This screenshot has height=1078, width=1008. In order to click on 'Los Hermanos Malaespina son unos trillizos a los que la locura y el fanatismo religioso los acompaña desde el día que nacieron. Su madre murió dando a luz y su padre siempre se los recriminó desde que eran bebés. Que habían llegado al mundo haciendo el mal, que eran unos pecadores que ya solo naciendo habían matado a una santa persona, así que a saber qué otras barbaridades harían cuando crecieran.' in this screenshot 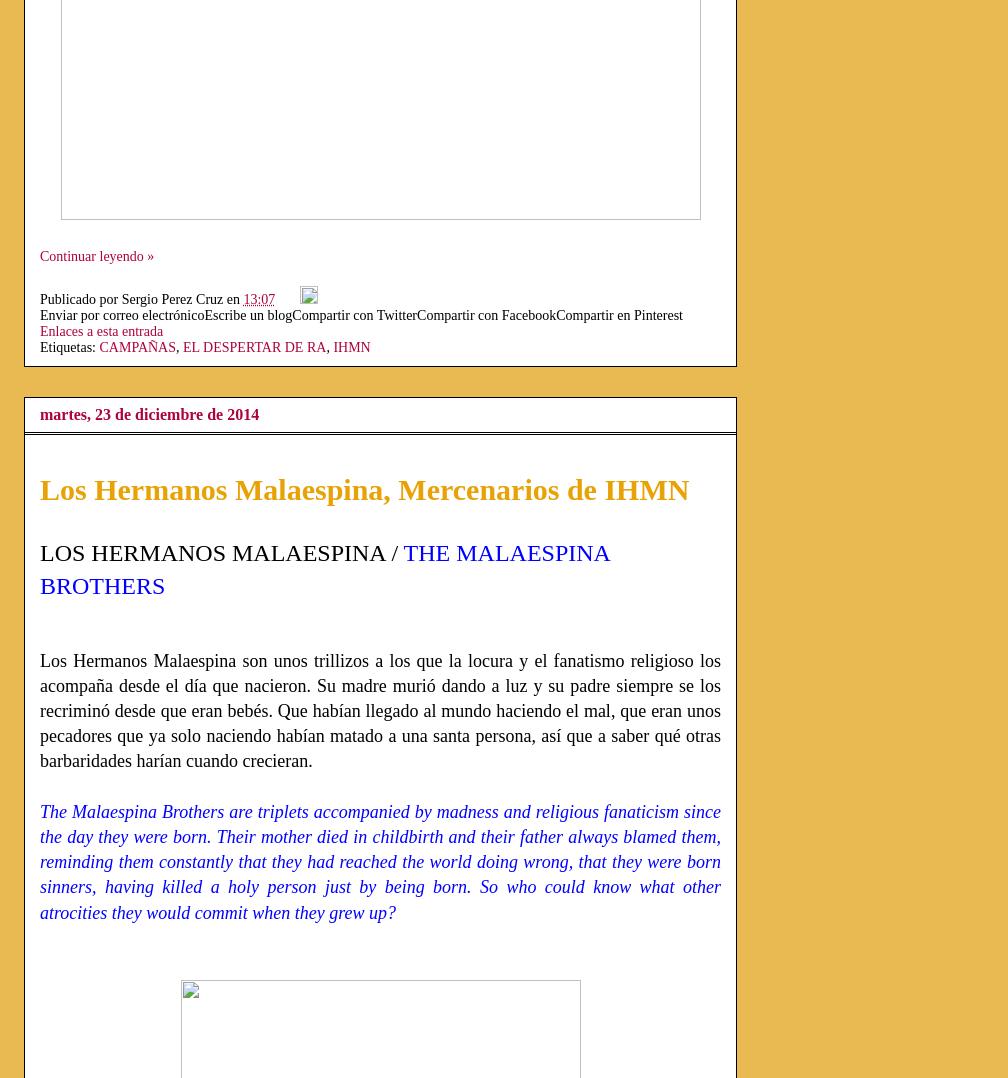, I will do `click(380, 709)`.